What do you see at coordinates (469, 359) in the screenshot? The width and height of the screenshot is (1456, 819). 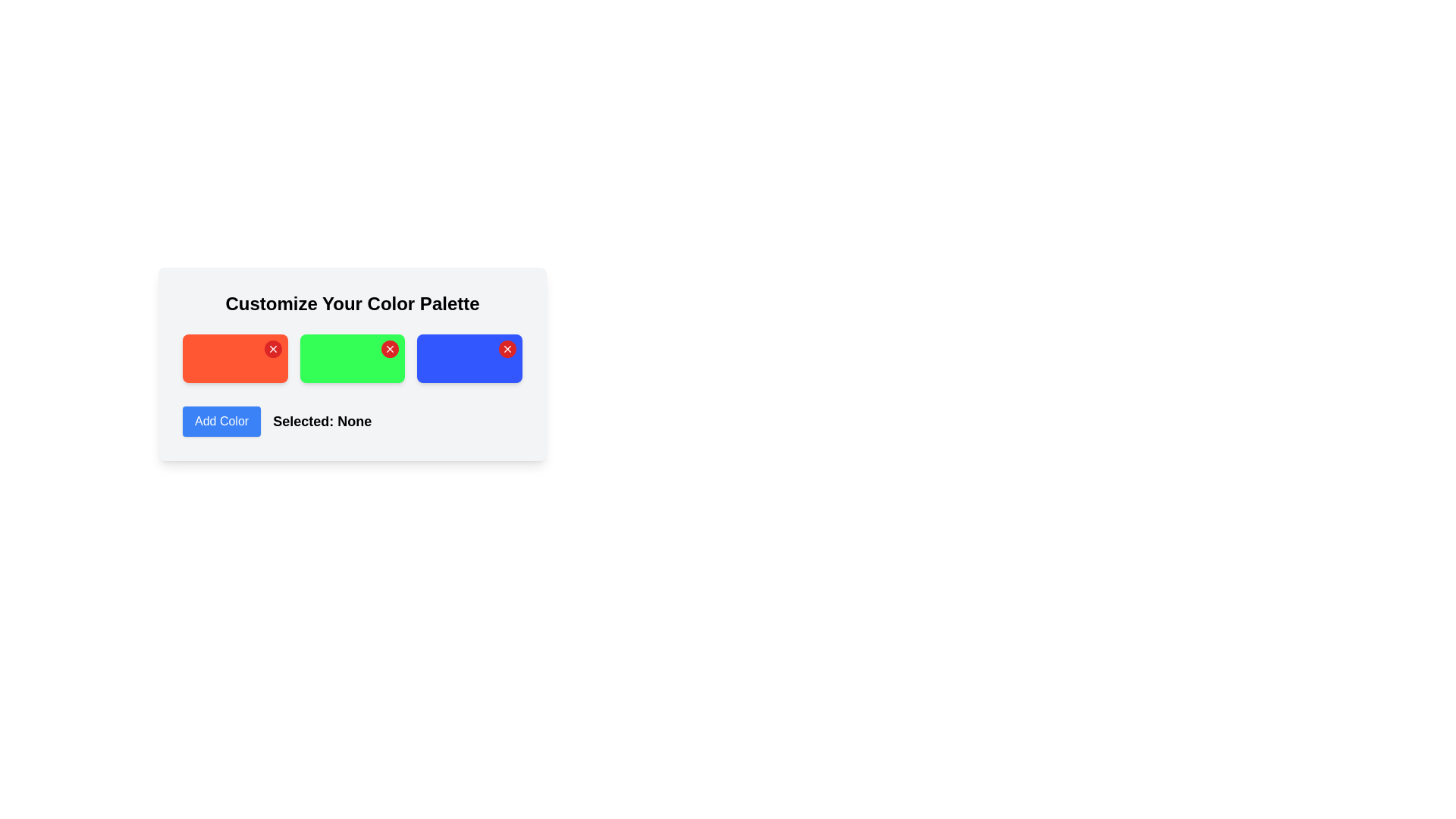 I see `the third button in the color palette customization interface` at bounding box center [469, 359].